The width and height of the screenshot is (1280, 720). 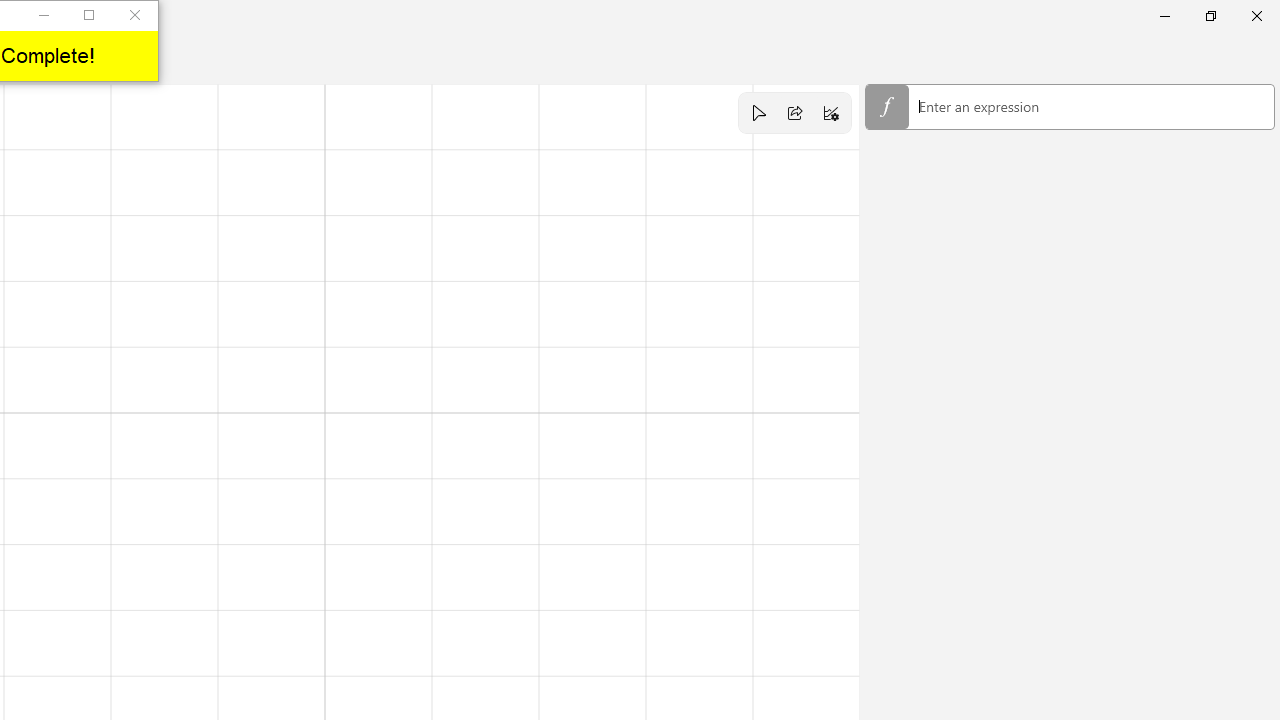 What do you see at coordinates (1255, 15) in the screenshot?
I see `'Close Calculator'` at bounding box center [1255, 15].